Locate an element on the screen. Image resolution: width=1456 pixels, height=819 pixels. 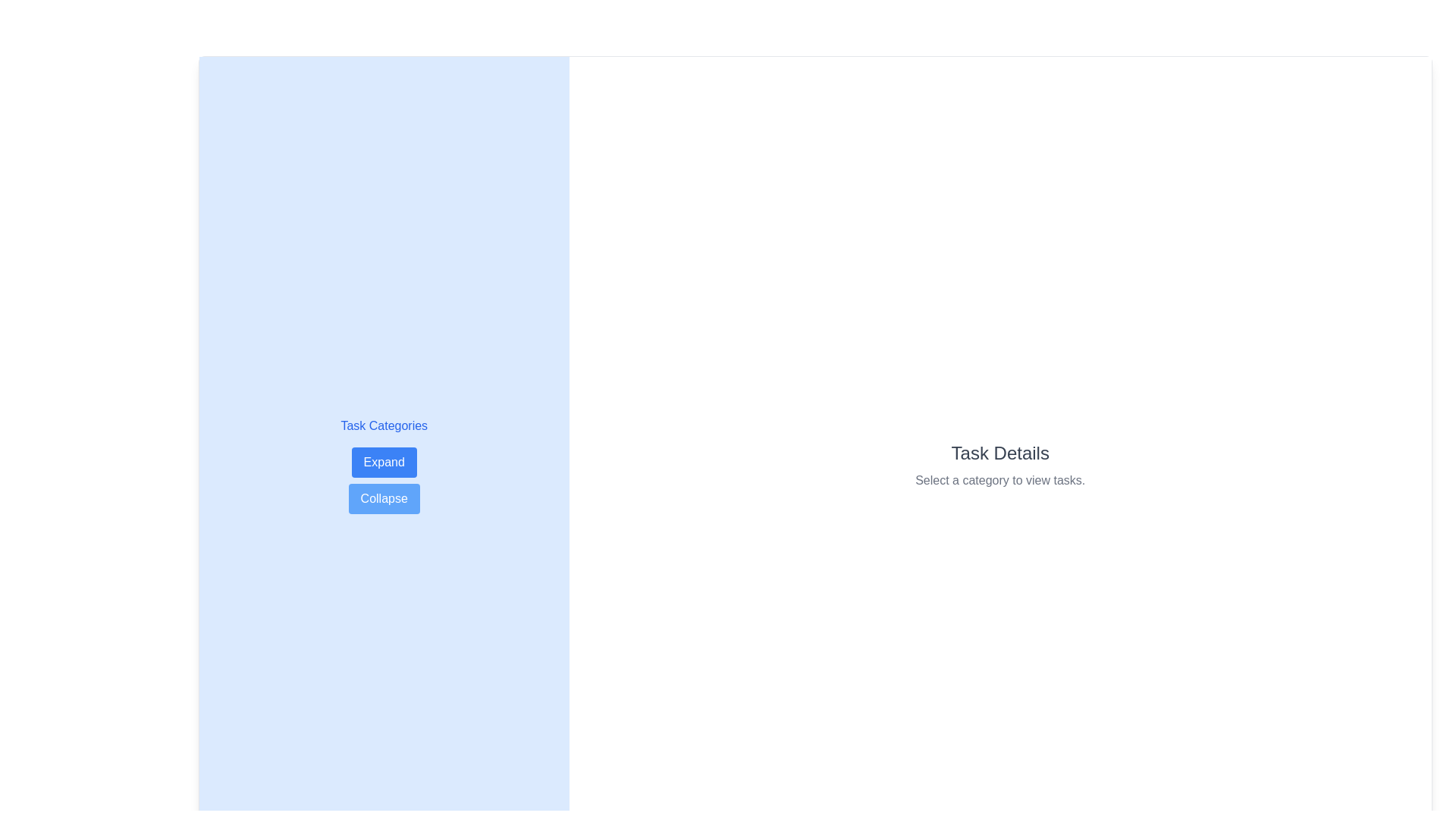
the button located below the 'Task Categories' label is located at coordinates (384, 461).